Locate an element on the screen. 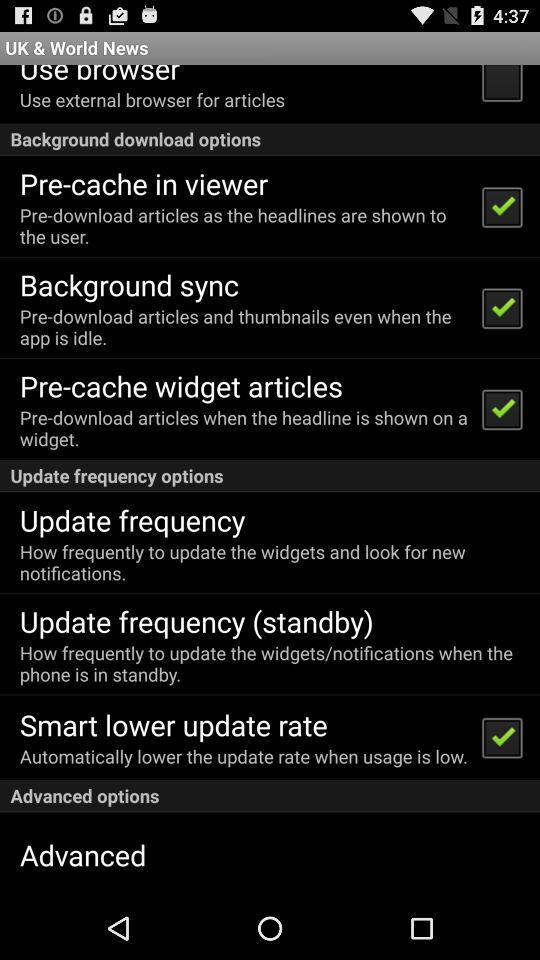  app below the automatically lower the item is located at coordinates (270, 796).